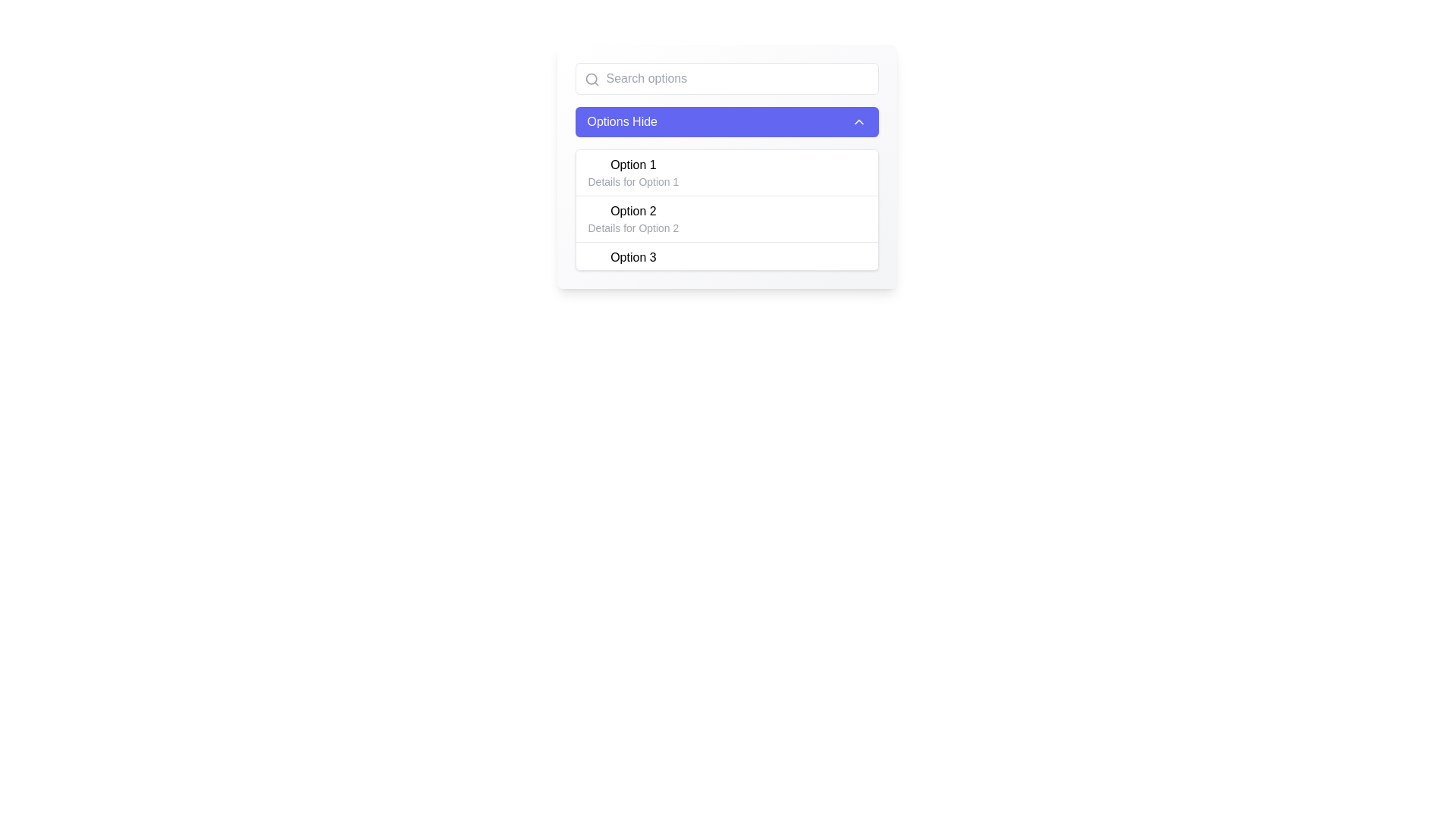 The image size is (1456, 819). I want to click on the first option in the dropdown menu titled 'Option 1', so click(726, 166).